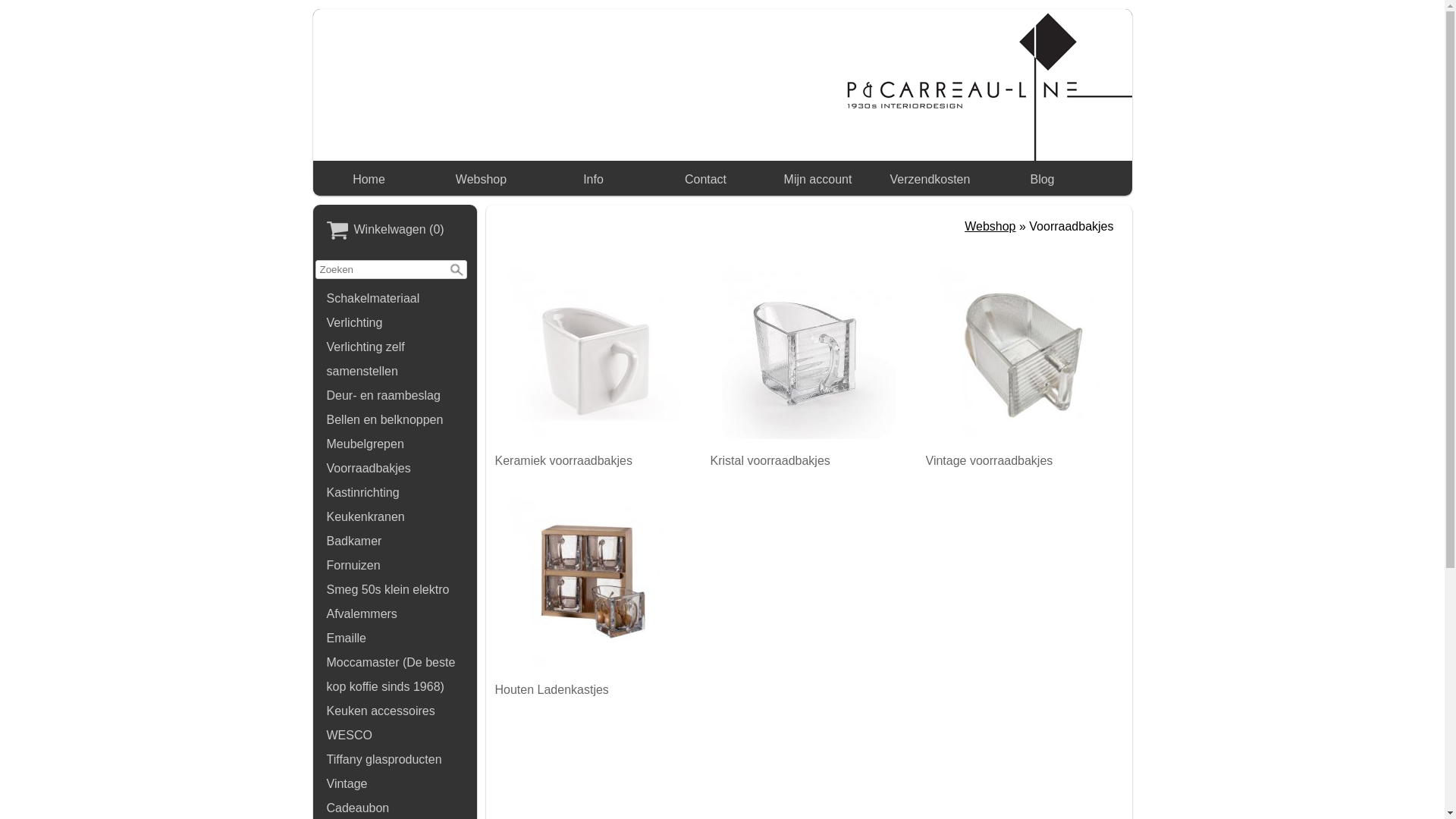 This screenshot has width=1456, height=819. I want to click on 'Mijn account', so click(765, 178).